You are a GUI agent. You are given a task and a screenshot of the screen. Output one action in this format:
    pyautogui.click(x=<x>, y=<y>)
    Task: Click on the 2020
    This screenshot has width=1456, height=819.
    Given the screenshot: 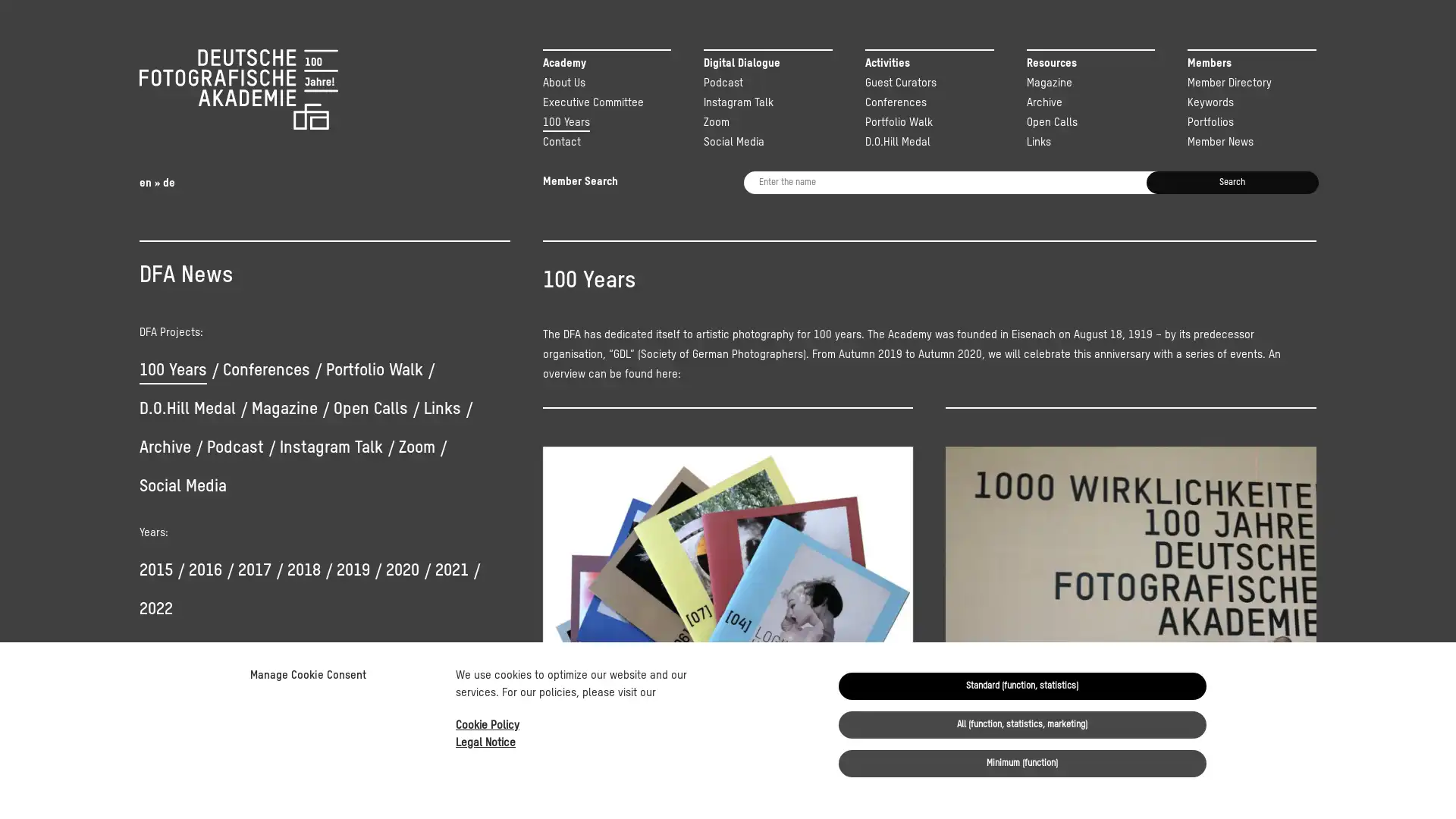 What is the action you would take?
    pyautogui.click(x=403, y=570)
    